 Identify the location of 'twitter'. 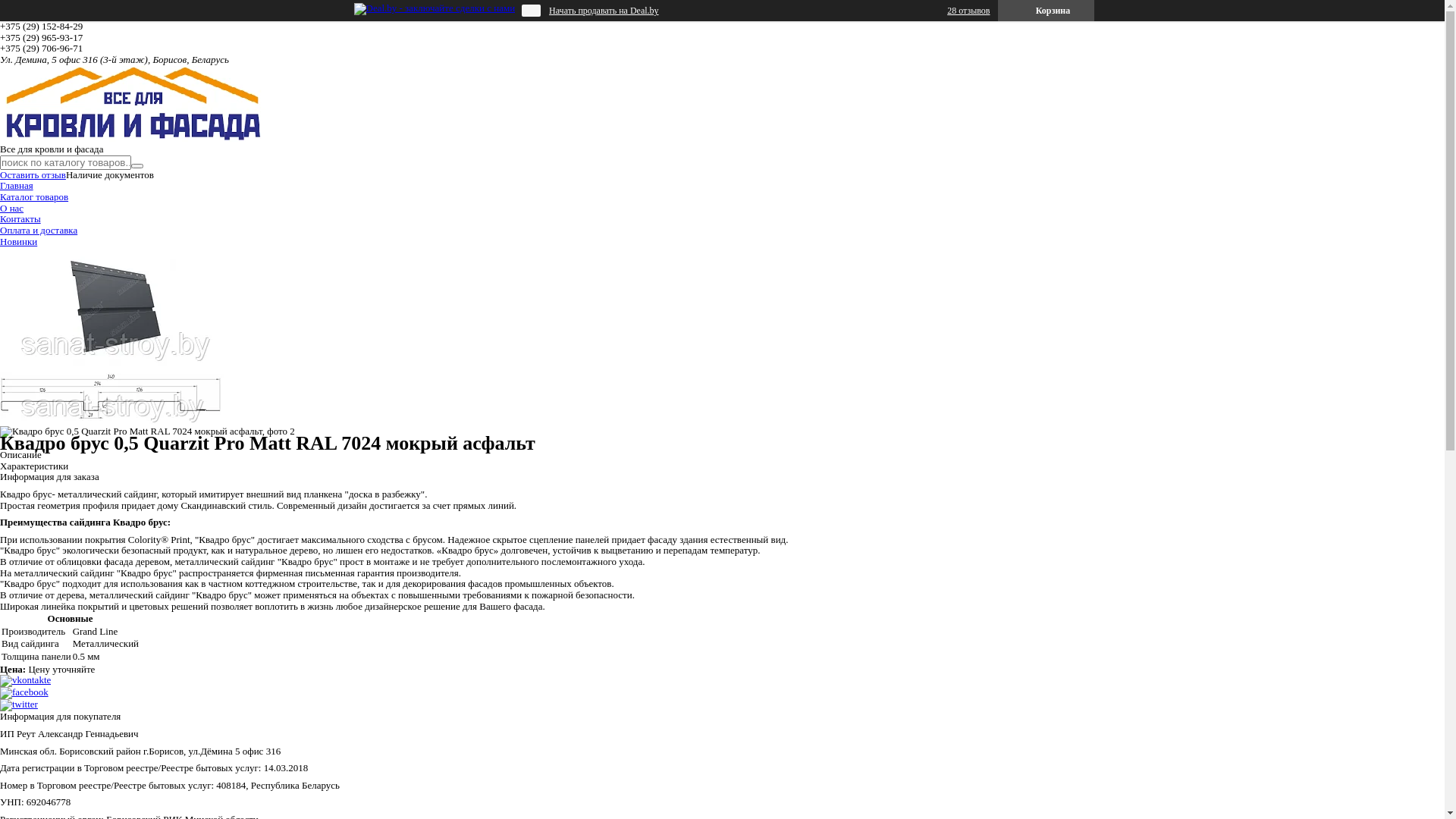
(18, 704).